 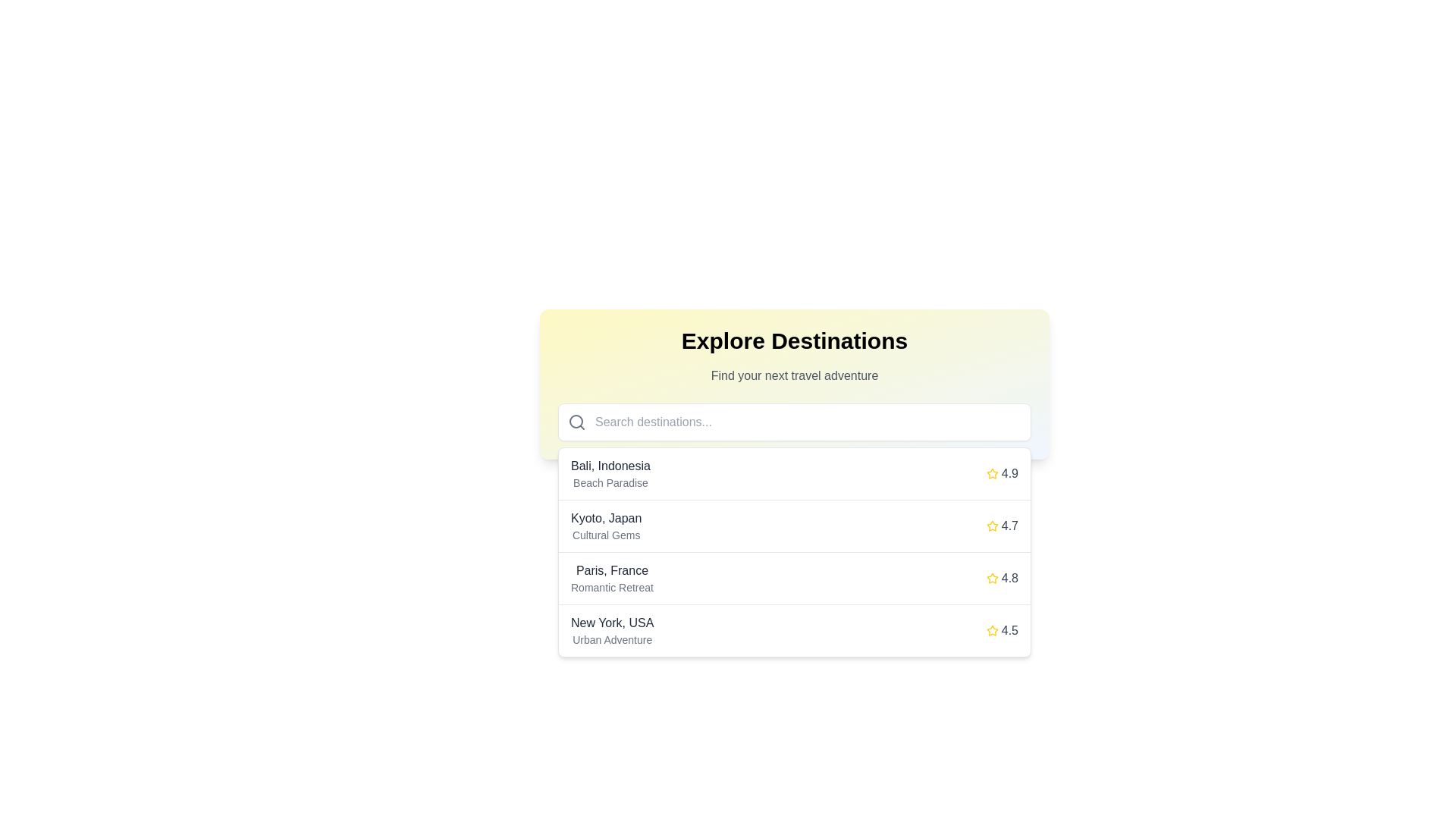 What do you see at coordinates (605, 517) in the screenshot?
I see `text content of the title label for the travel destination located in the second row, above the description 'Cultural Gems.'` at bounding box center [605, 517].